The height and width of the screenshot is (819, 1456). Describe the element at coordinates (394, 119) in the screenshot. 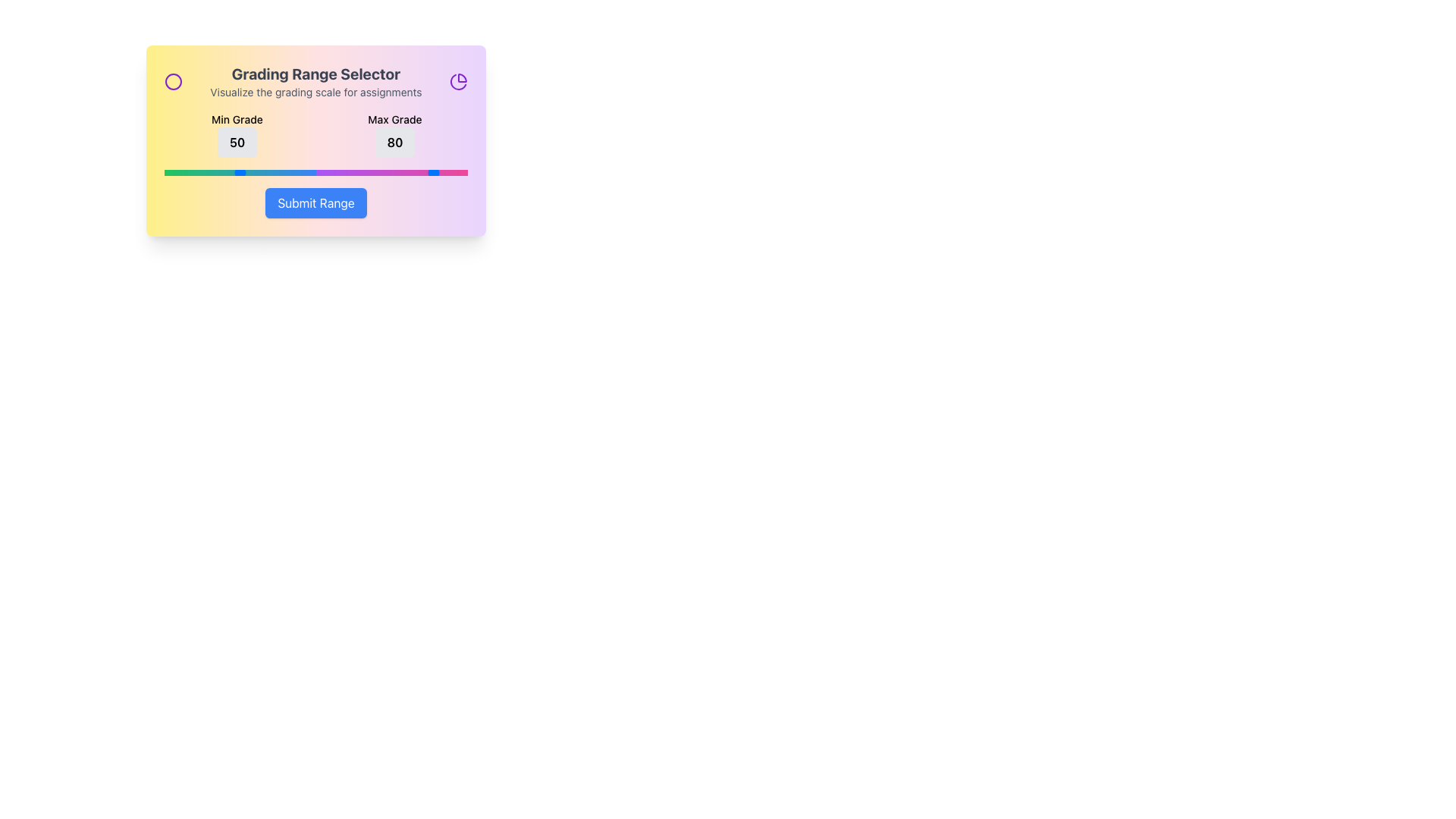

I see `the text label that describes the maximum grade setting, located in the top-right portion of the 'Grading Range Selector' interactive card, directly above the numerical box labeled '80'` at that location.